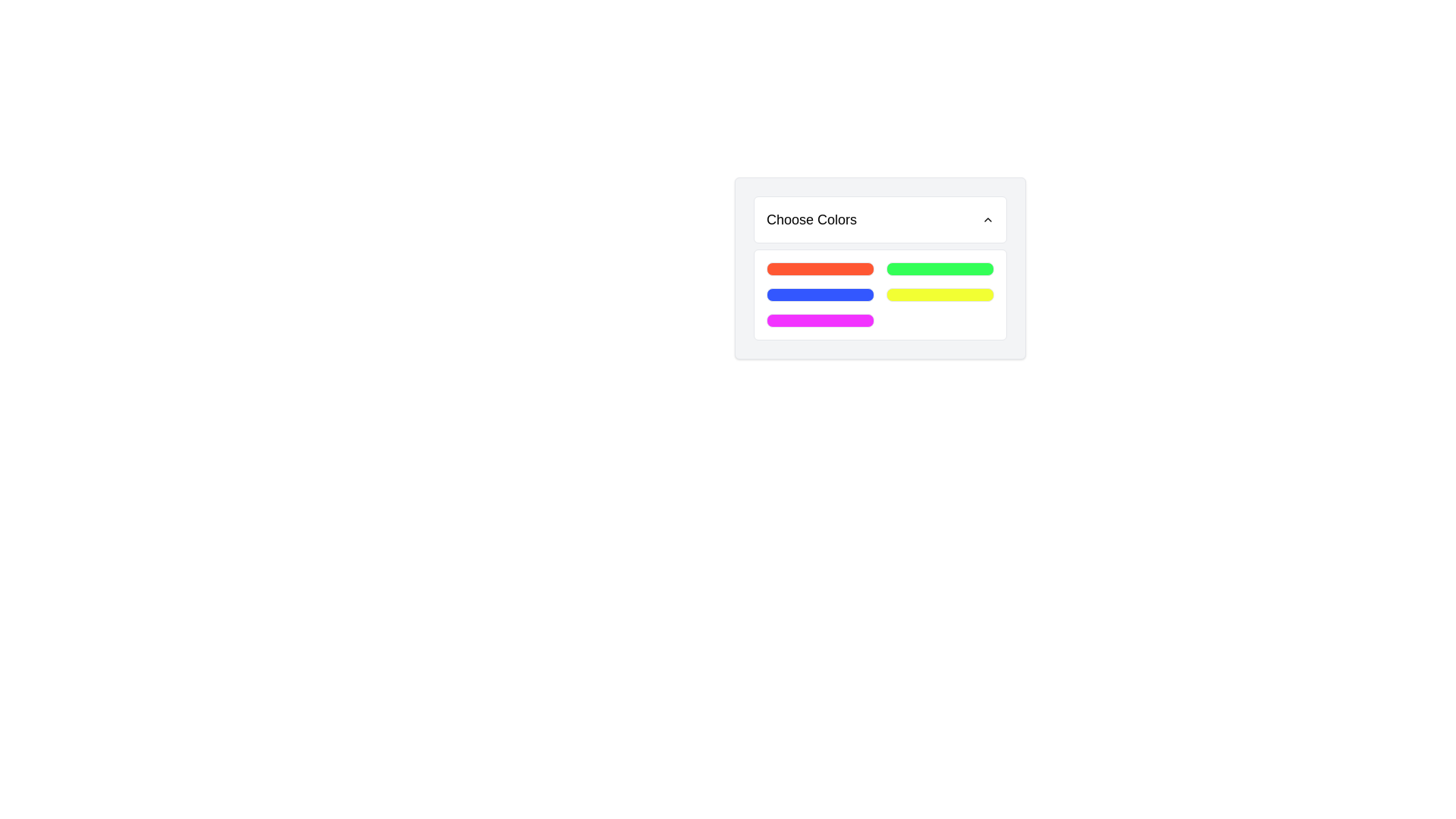 The width and height of the screenshot is (1456, 819). What do you see at coordinates (939, 268) in the screenshot?
I see `the clickable area that is the second item in the first row of a grid layout, located directly to the right of the red-colored element` at bounding box center [939, 268].